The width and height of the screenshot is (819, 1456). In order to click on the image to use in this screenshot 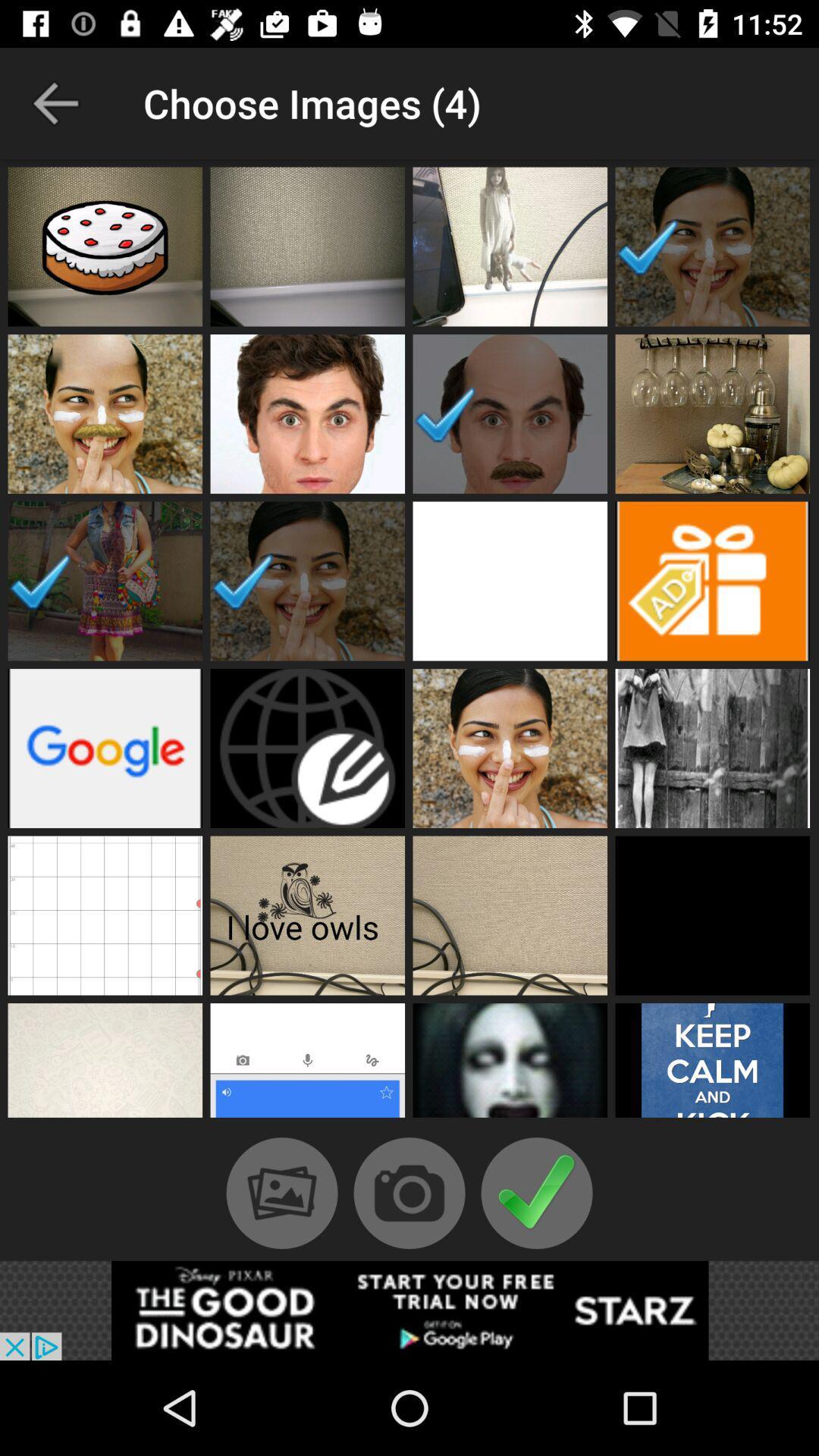, I will do `click(712, 580)`.